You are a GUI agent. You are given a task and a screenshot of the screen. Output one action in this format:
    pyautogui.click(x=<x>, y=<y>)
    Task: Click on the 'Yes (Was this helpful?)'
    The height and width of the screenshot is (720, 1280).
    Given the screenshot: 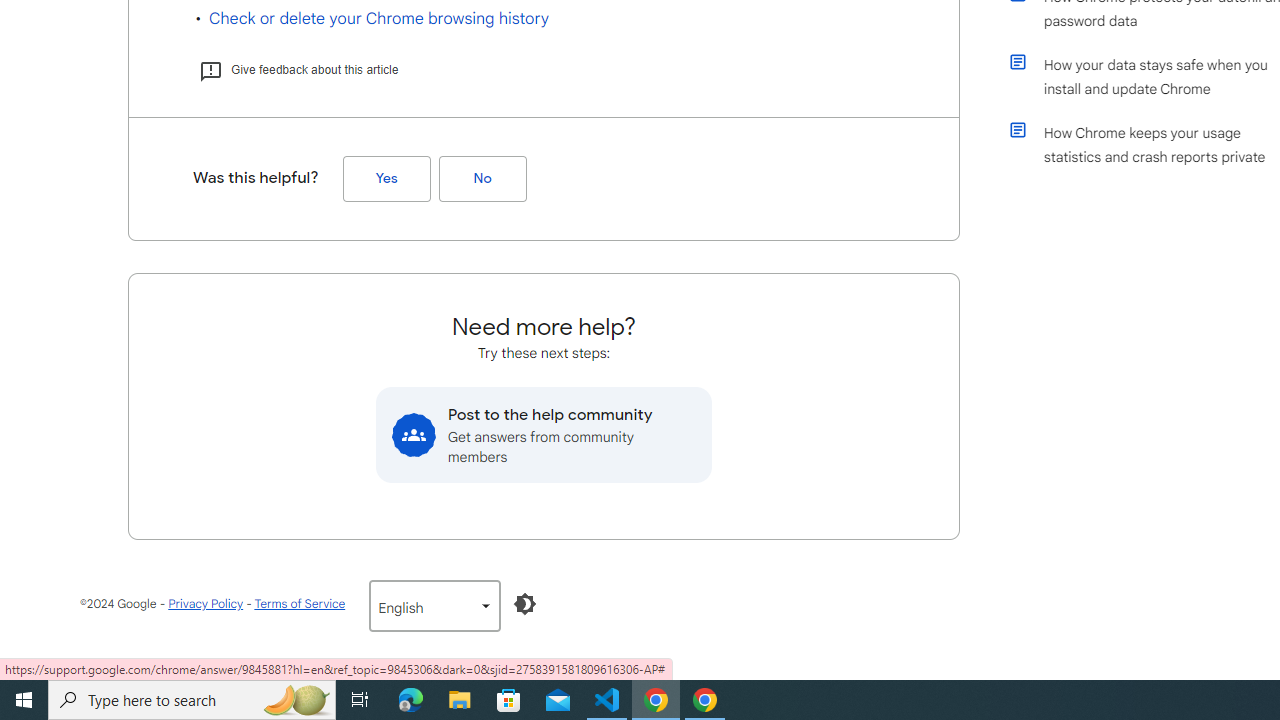 What is the action you would take?
    pyautogui.click(x=386, y=178)
    